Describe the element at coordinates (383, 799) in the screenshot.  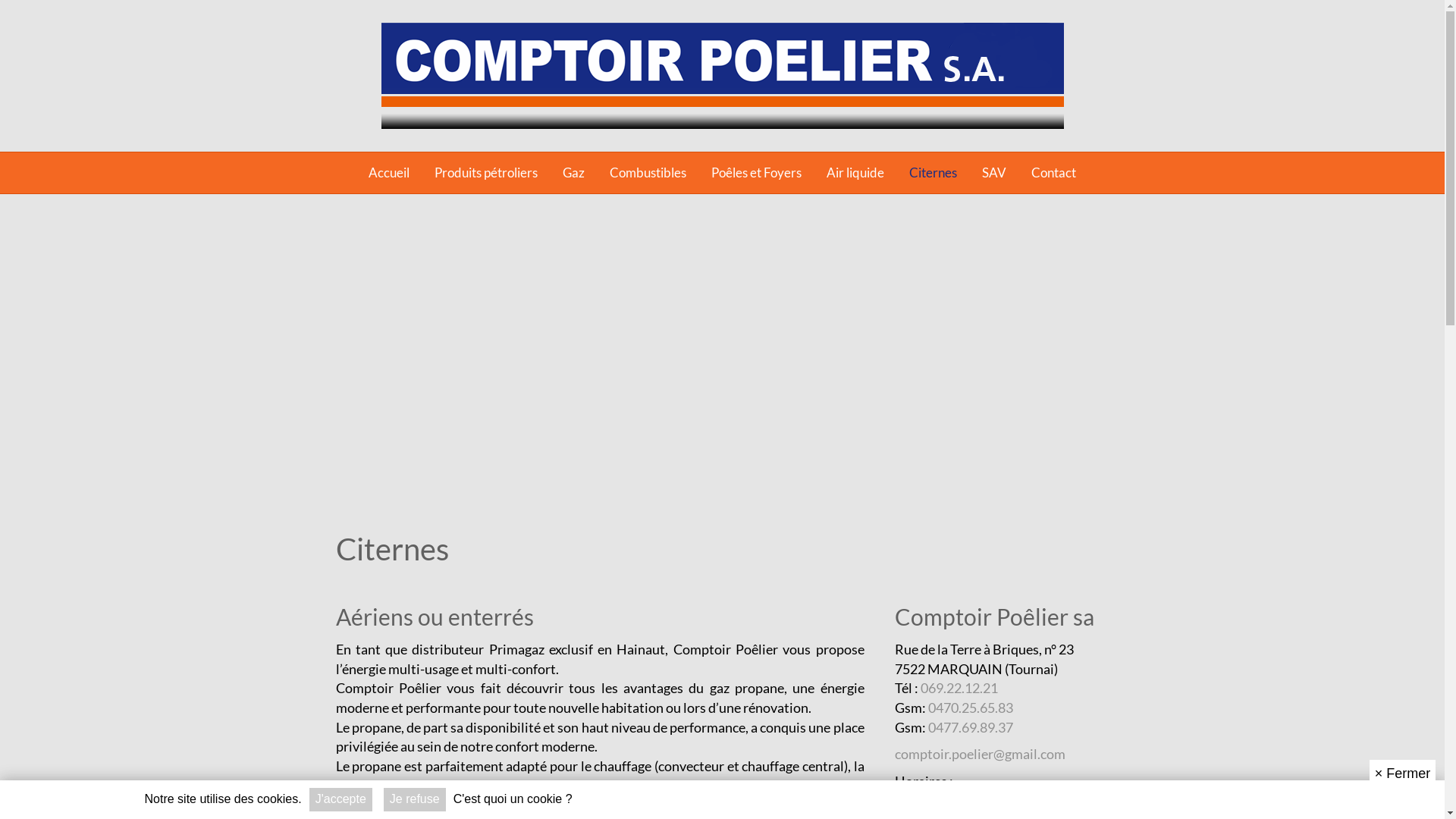
I see `'Je refuse'` at that location.